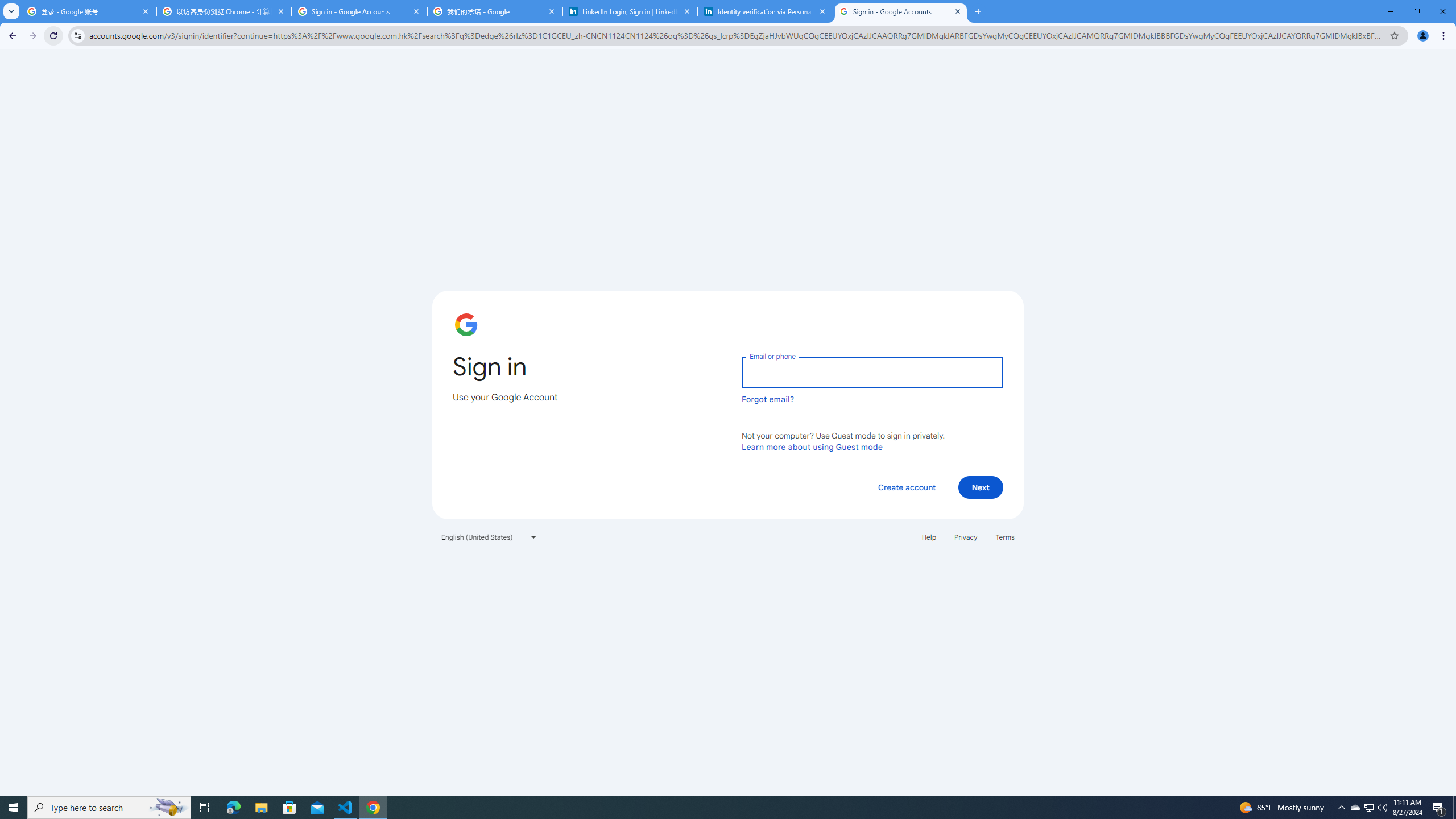 This screenshot has height=819, width=1456. I want to click on 'English (United States)', so click(489, 536).